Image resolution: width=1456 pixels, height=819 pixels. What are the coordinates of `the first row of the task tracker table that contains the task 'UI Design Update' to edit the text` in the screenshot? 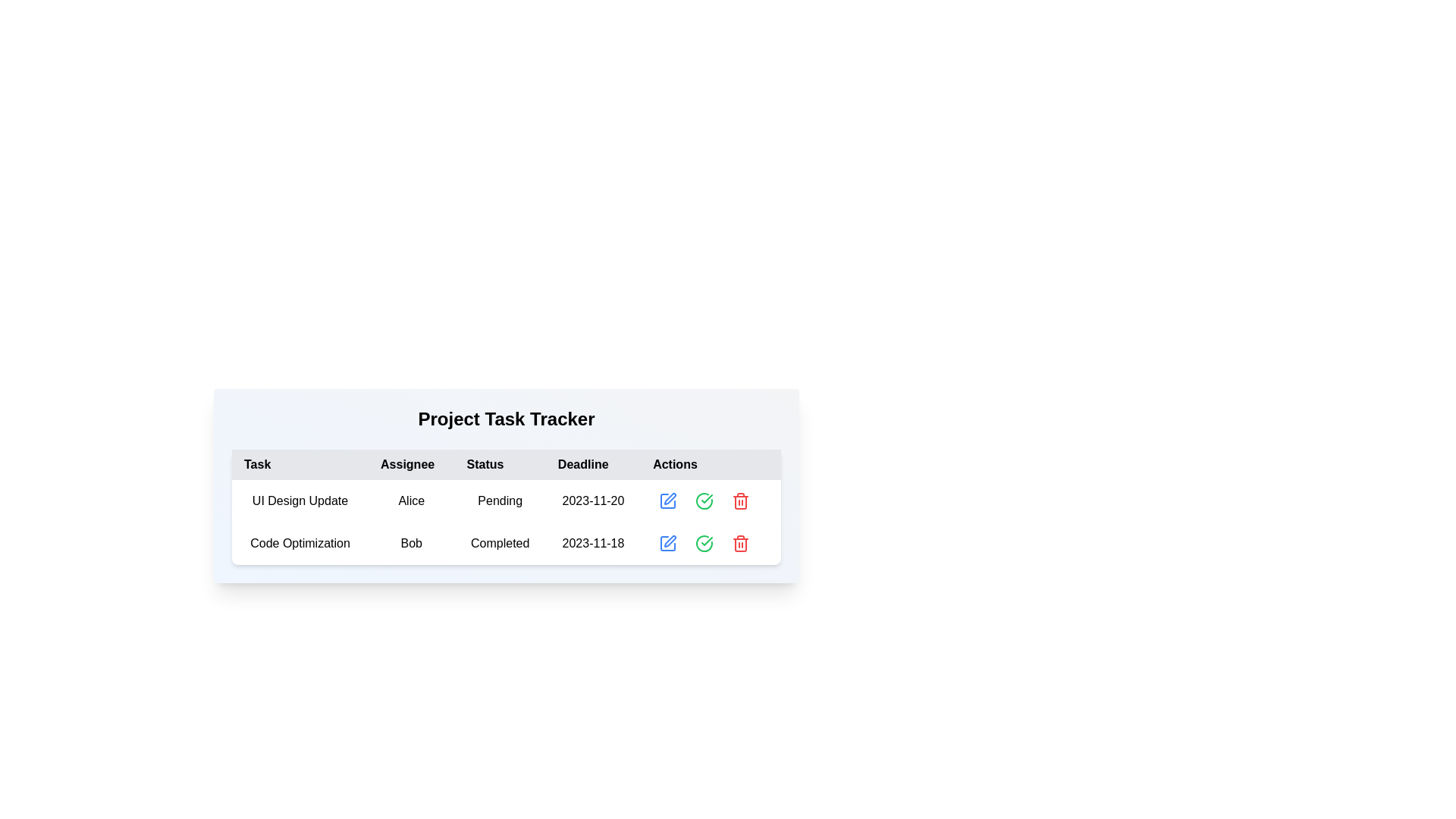 It's located at (506, 500).